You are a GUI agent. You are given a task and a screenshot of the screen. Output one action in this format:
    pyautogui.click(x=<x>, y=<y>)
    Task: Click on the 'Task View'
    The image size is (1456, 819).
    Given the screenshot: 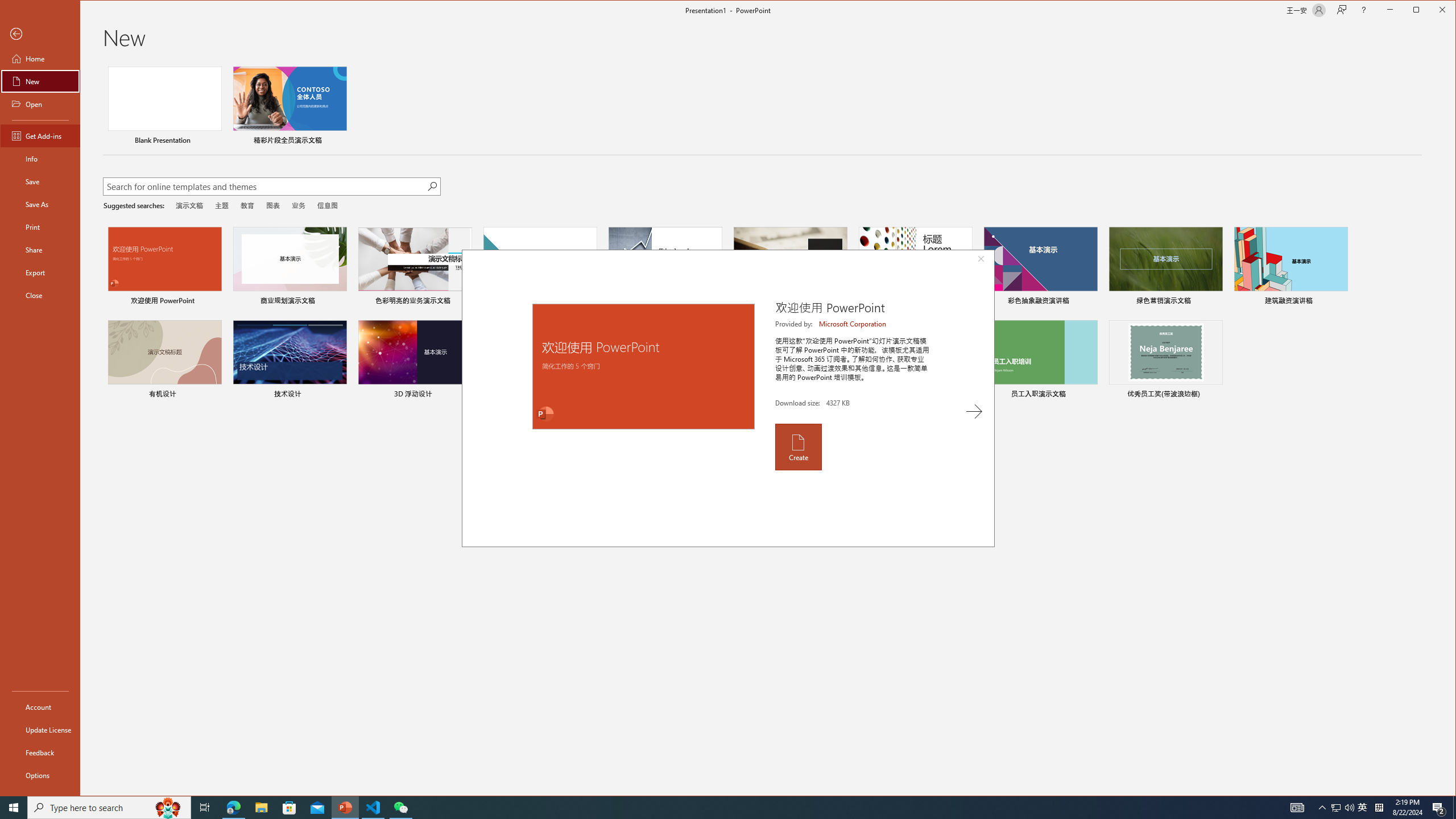 What is the action you would take?
    pyautogui.click(x=204, y=806)
    